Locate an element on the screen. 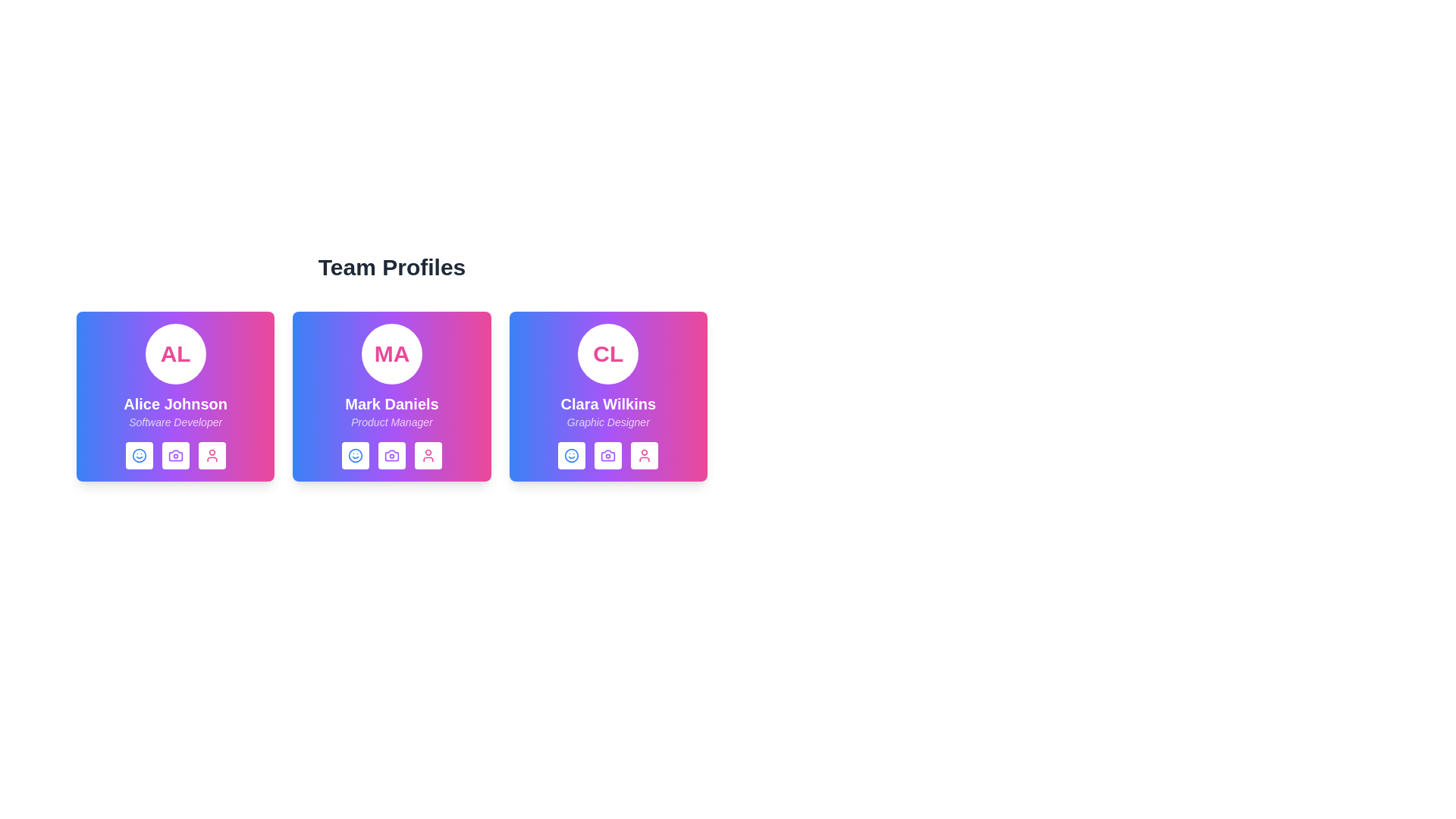  the camera icon button, which is a purple SVG icon resembling a camera, located at the center of the button section on Clara Wilkins' profile card is located at coordinates (608, 455).